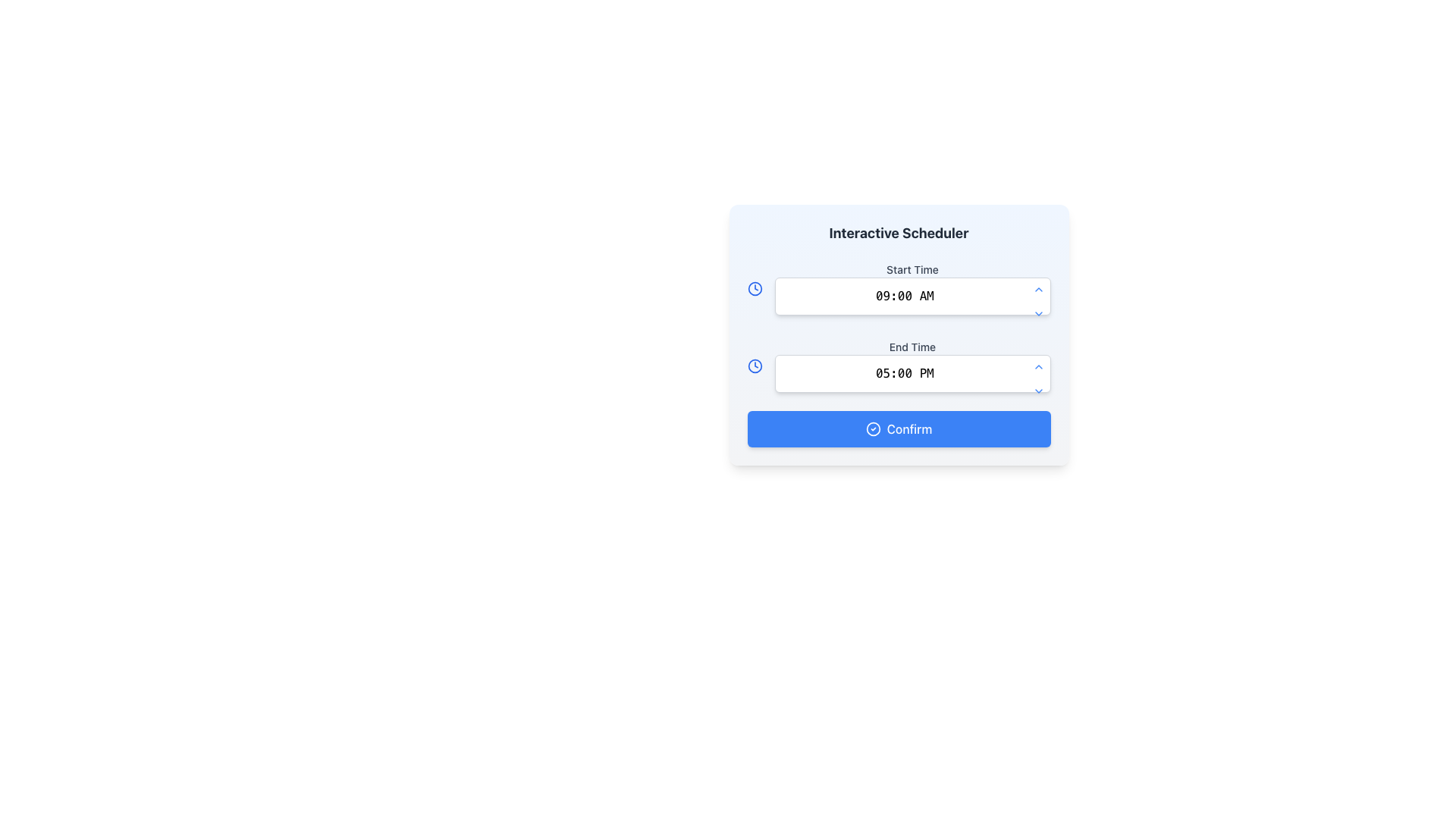 The height and width of the screenshot is (819, 1456). I want to click on the clock icon with a blue outline, which is positioned to the left of the 'End Time' label and input box, so click(755, 366).